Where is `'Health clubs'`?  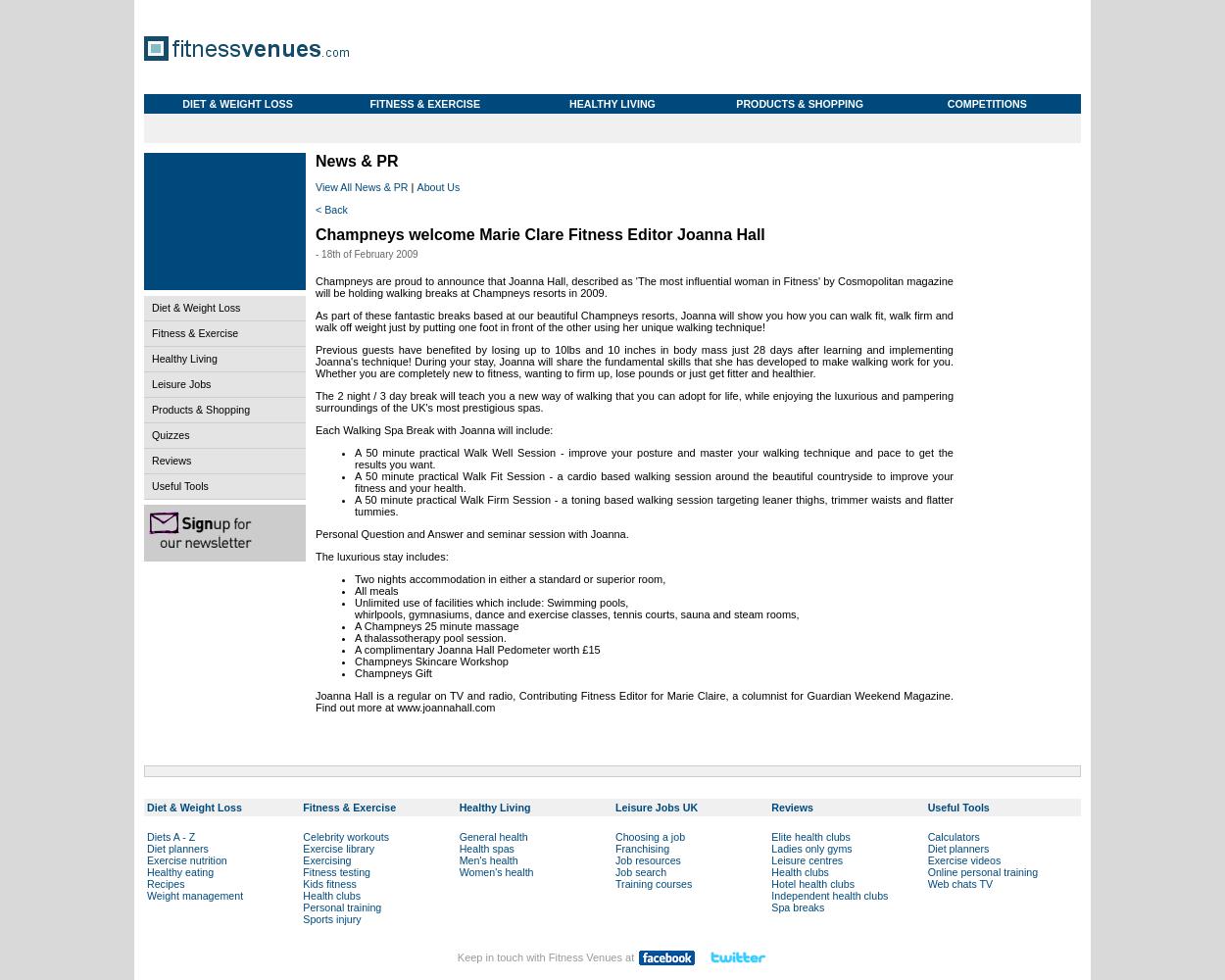 'Health clubs' is located at coordinates (329, 896).